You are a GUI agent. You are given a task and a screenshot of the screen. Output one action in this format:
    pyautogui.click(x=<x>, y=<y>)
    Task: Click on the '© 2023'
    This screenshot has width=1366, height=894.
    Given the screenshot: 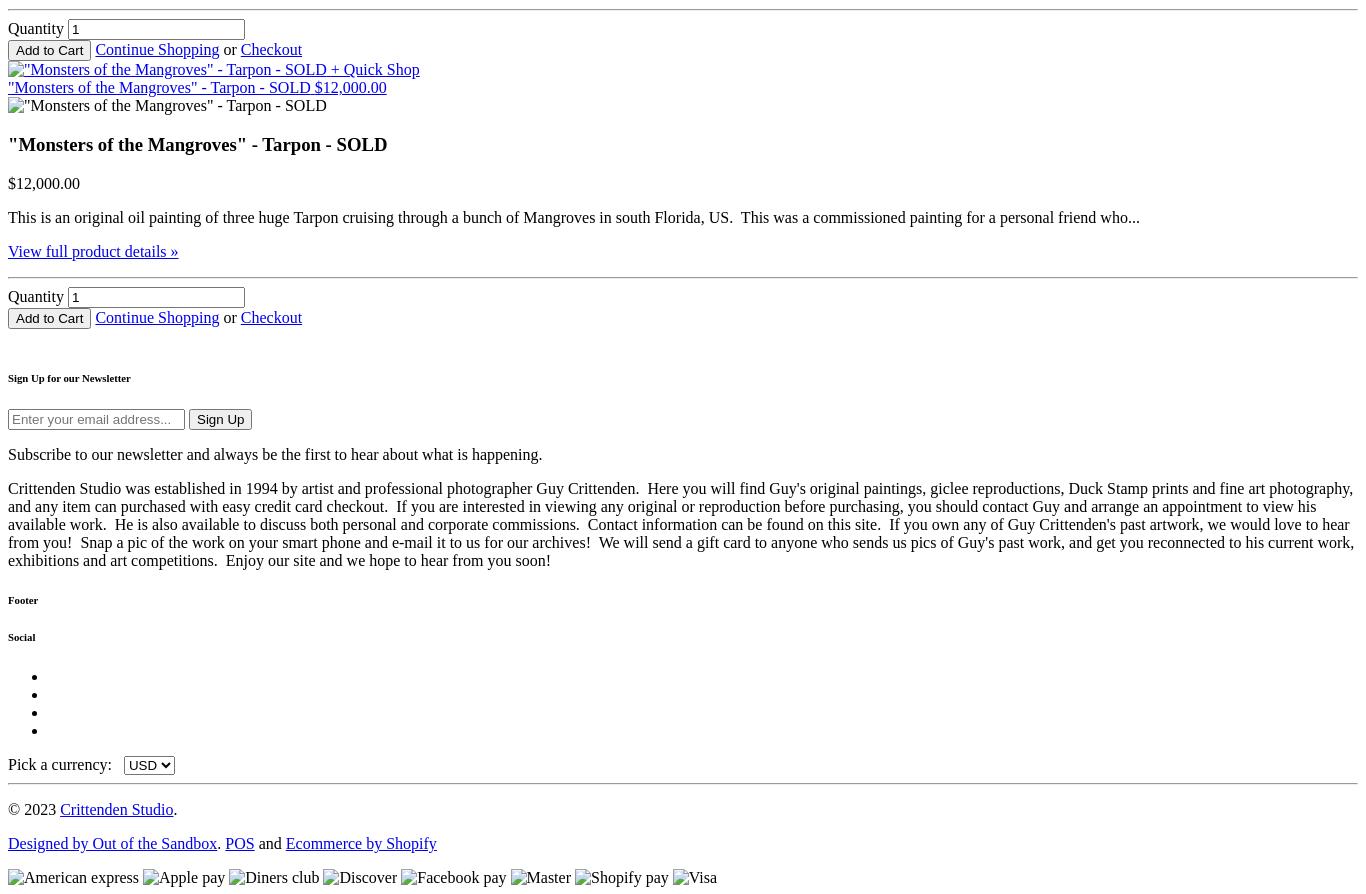 What is the action you would take?
    pyautogui.click(x=34, y=808)
    